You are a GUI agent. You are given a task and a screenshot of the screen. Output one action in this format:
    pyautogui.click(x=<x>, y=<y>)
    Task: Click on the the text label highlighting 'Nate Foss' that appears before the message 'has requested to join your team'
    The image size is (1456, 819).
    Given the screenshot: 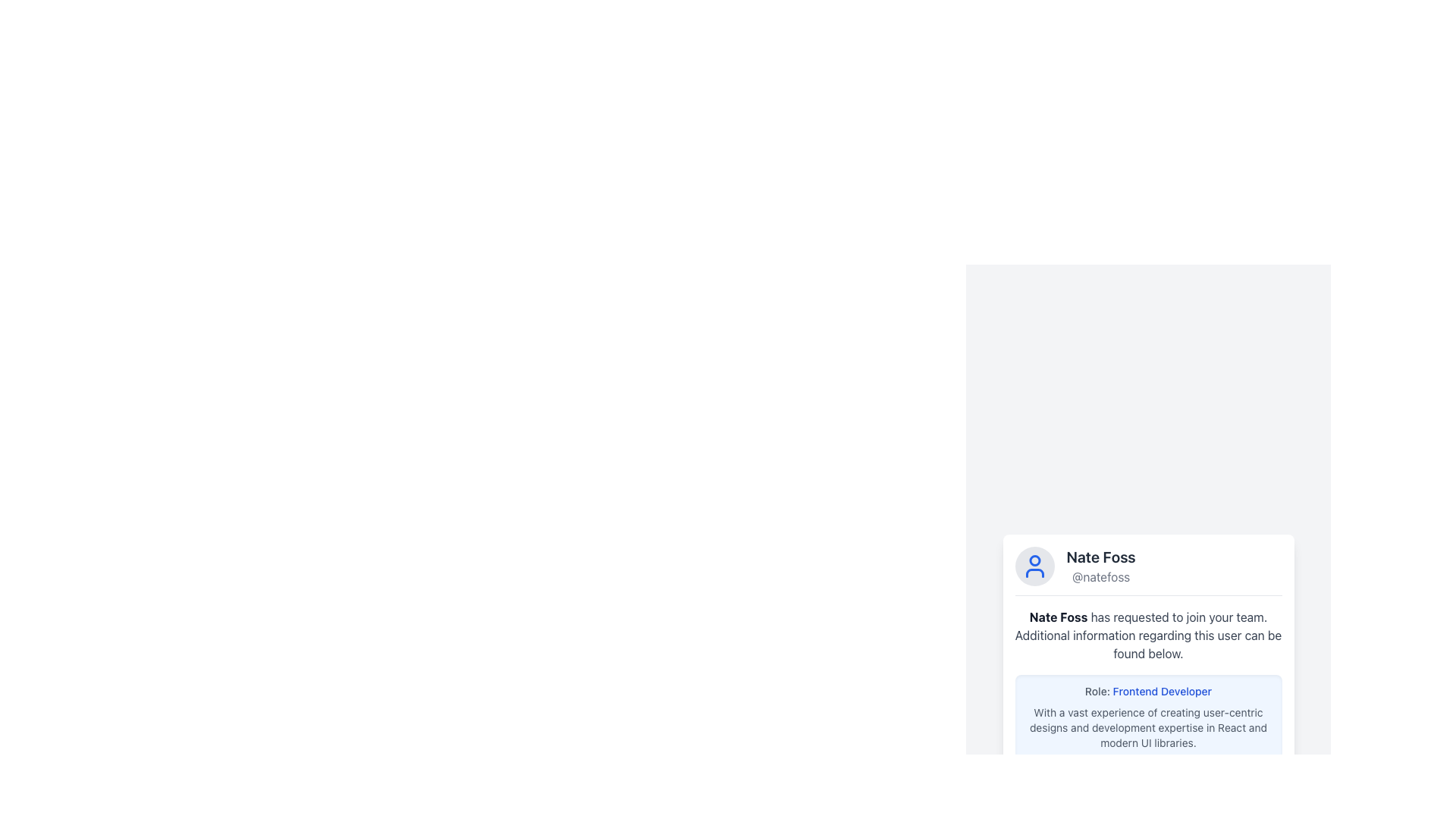 What is the action you would take?
    pyautogui.click(x=1058, y=617)
    